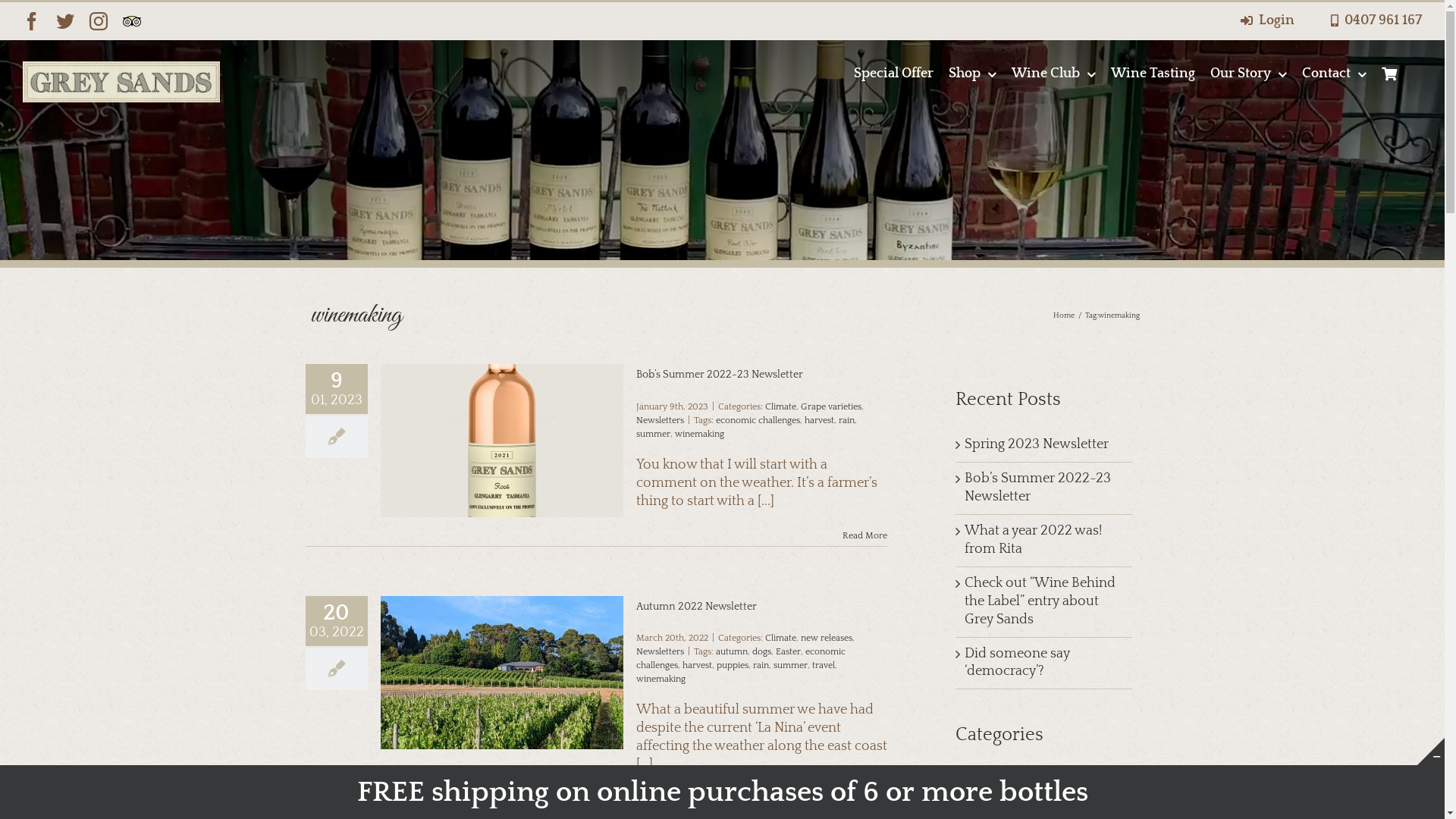 The height and width of the screenshot is (819, 1456). Describe the element at coordinates (731, 651) in the screenshot. I see `'autumn'` at that location.